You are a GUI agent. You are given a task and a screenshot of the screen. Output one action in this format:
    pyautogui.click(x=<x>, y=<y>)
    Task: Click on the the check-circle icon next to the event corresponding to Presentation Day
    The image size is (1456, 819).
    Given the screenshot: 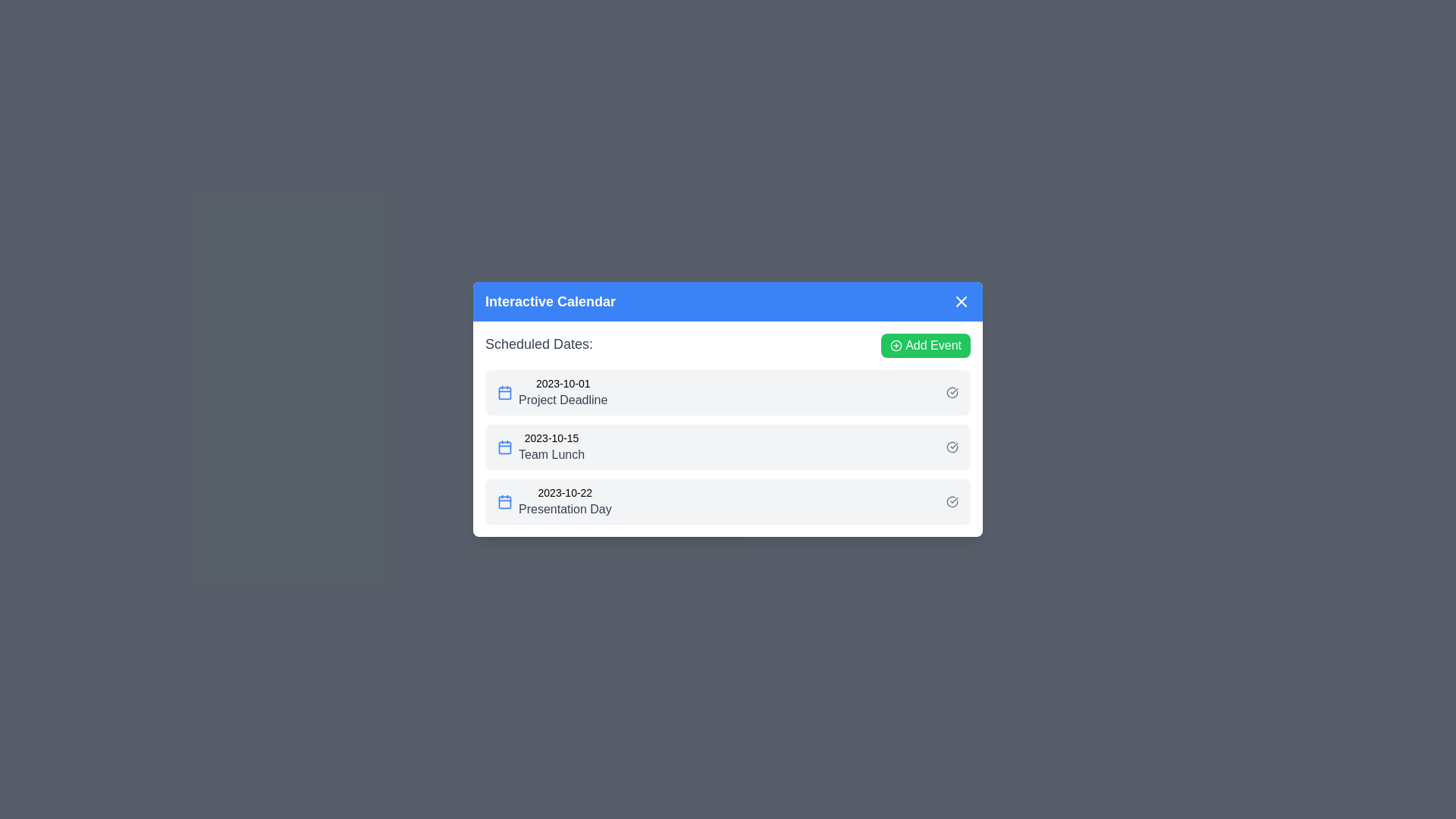 What is the action you would take?
    pyautogui.click(x=952, y=502)
    